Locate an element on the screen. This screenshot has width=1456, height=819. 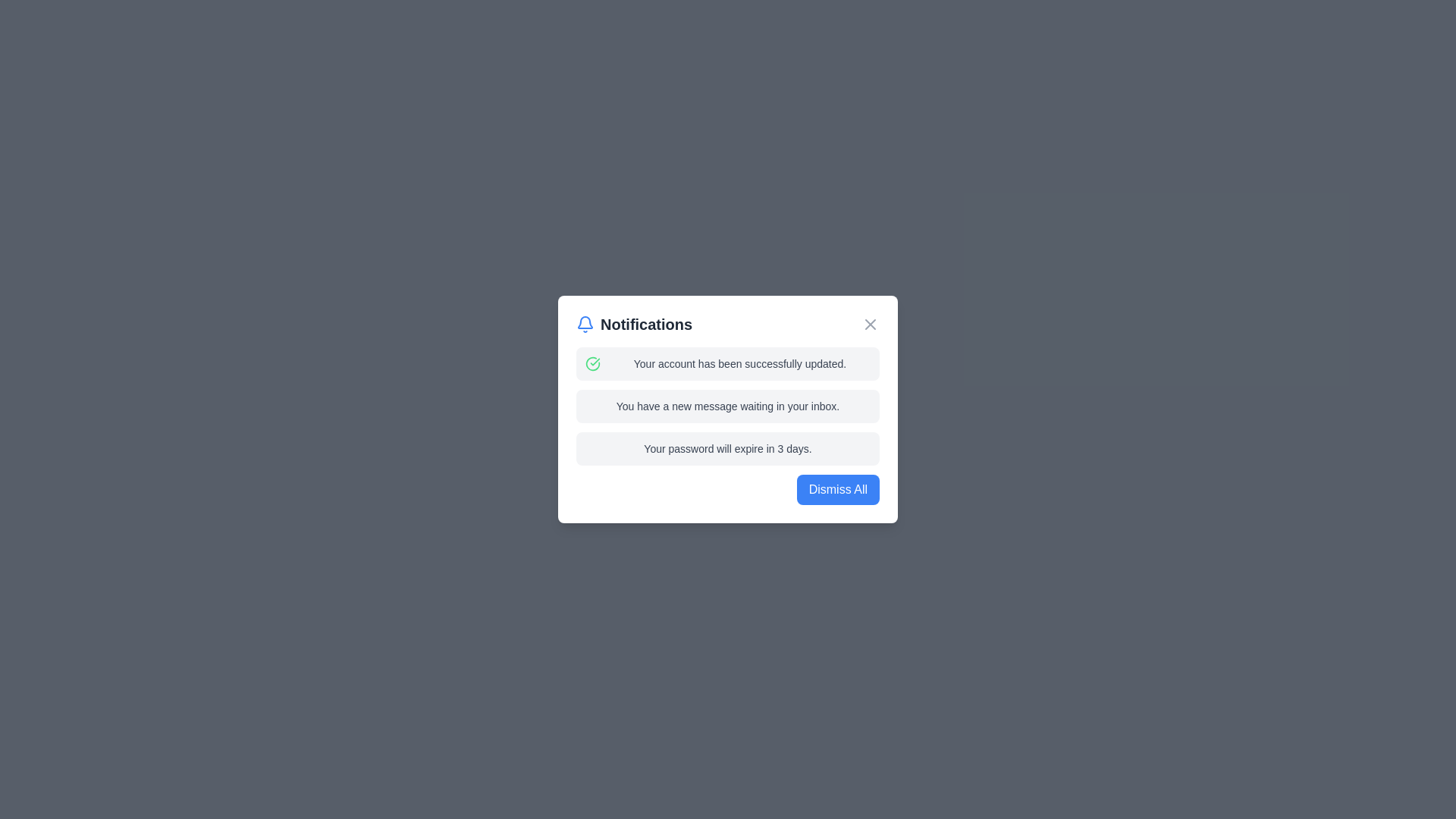
the close button (X) to close the notification dialog is located at coordinates (870, 324).